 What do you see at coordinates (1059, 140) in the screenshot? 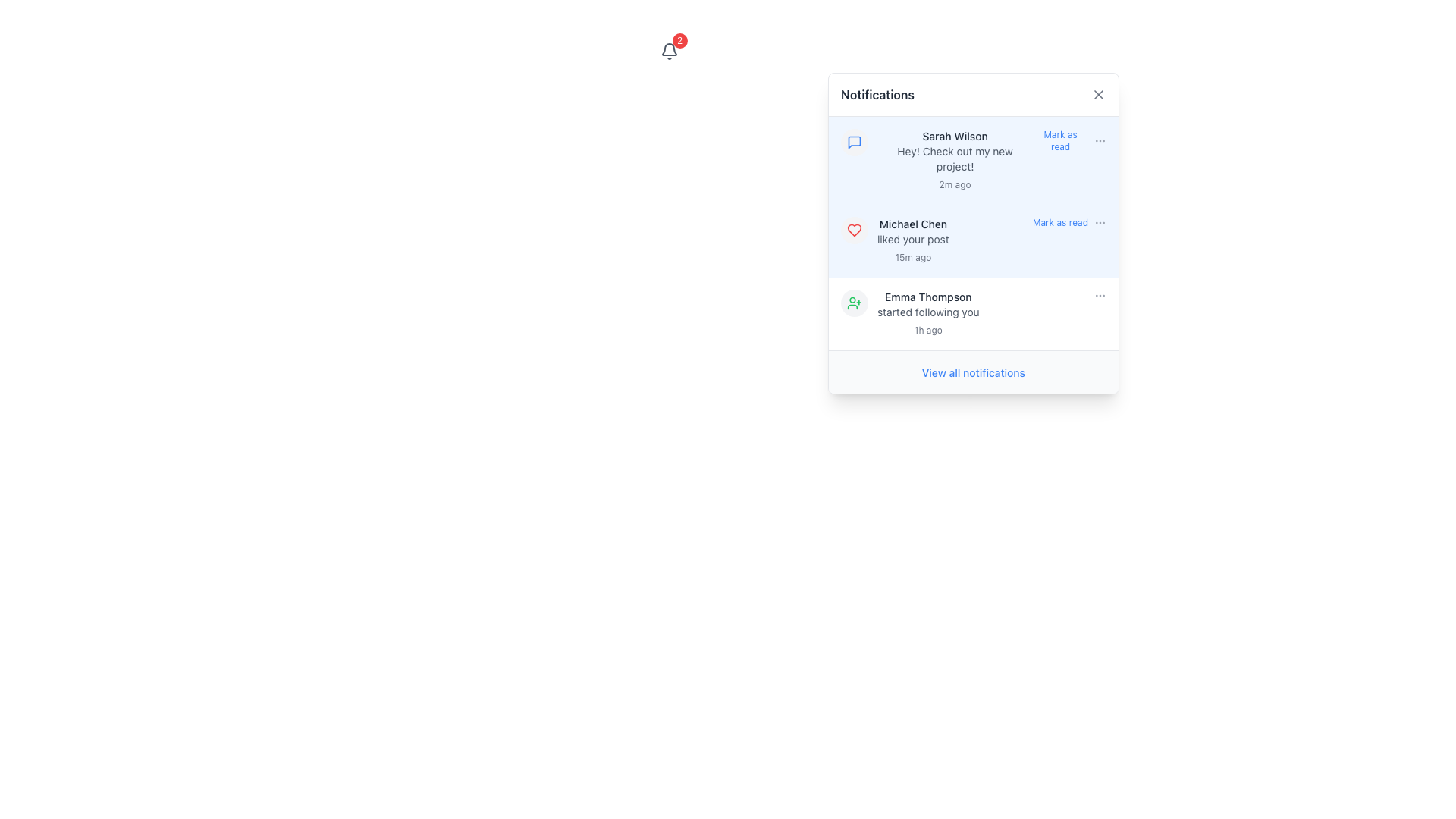
I see `the 'Mark as read' text link` at bounding box center [1059, 140].